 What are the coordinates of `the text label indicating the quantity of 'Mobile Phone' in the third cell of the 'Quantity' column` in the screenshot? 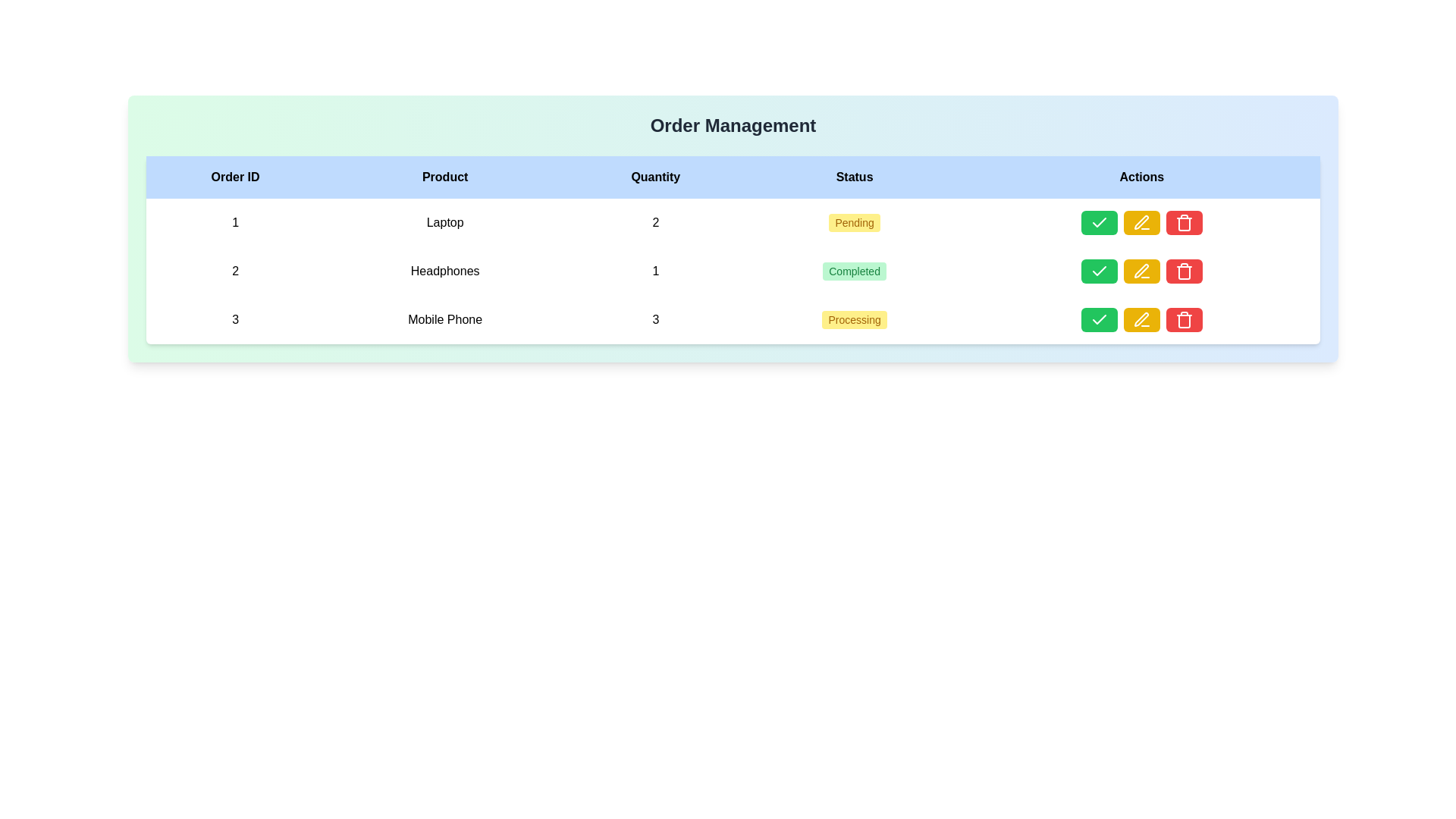 It's located at (655, 318).